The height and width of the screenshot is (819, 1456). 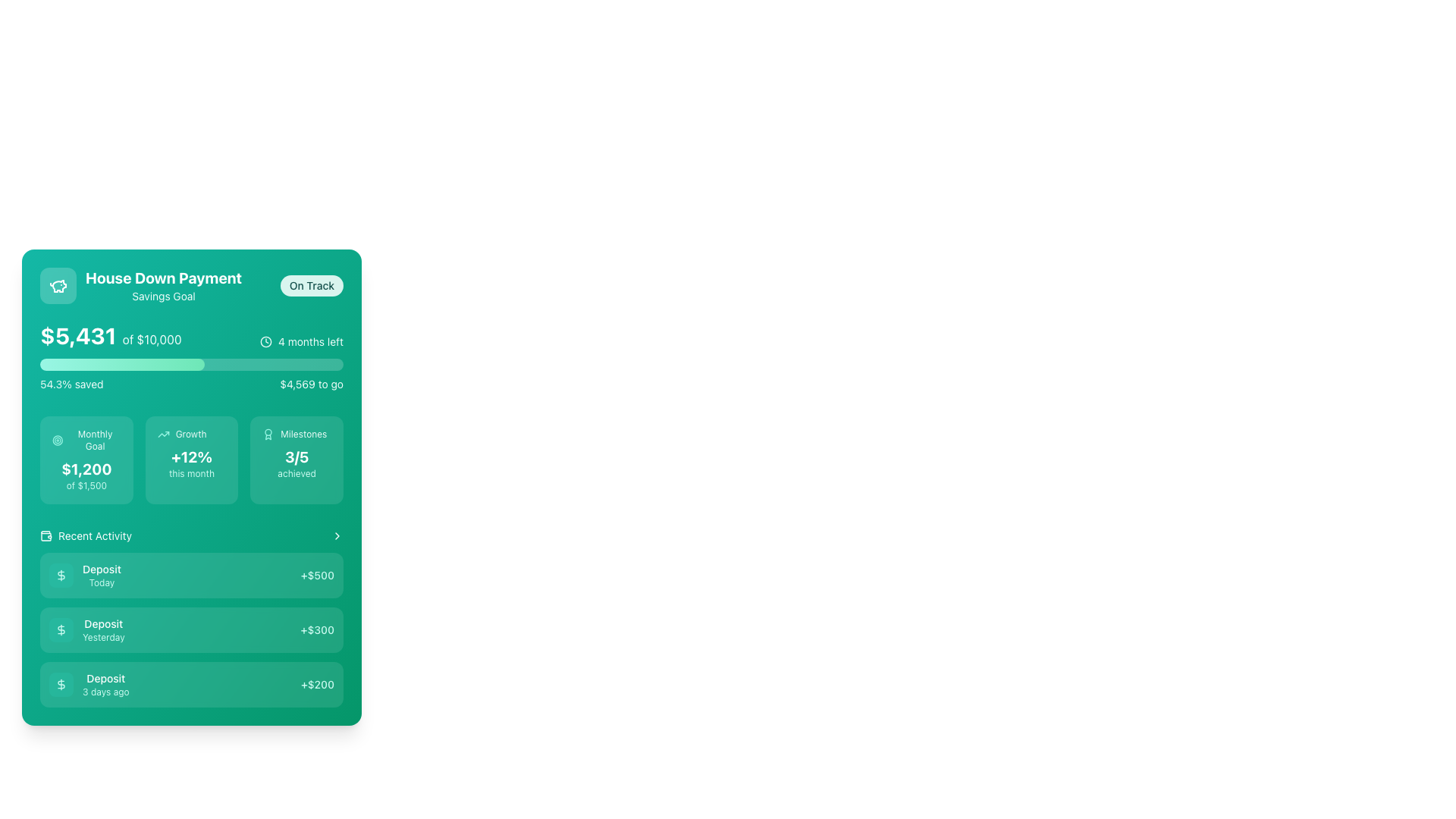 I want to click on the progress bar indicating financial savings, located below the title 'House Down Payment' in the main card-like section, so click(x=191, y=356).